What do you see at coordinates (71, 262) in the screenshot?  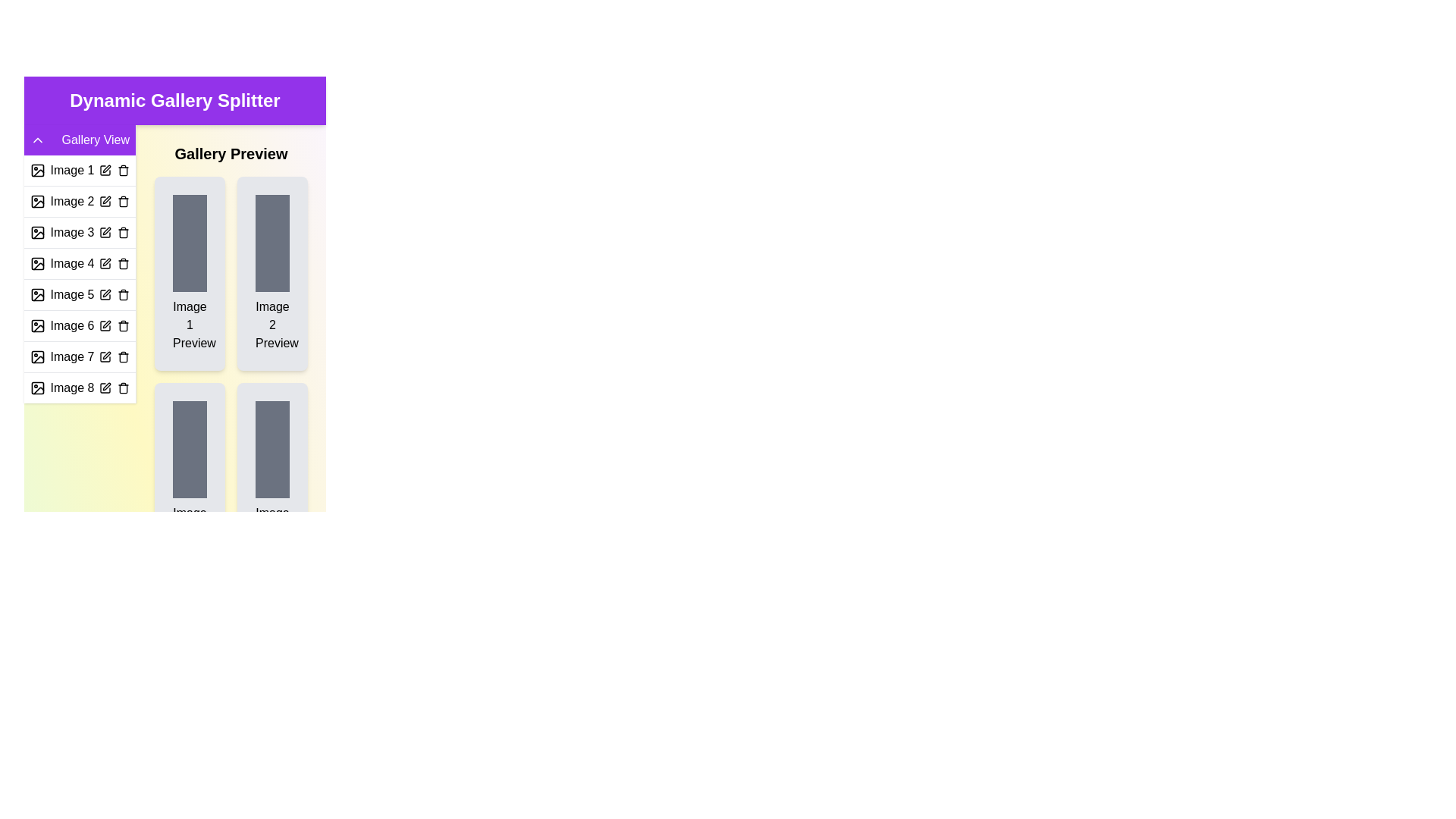 I see `the text label representing the designated image in the fourth position of the vertically stacked list in the 'Gallery View'` at bounding box center [71, 262].